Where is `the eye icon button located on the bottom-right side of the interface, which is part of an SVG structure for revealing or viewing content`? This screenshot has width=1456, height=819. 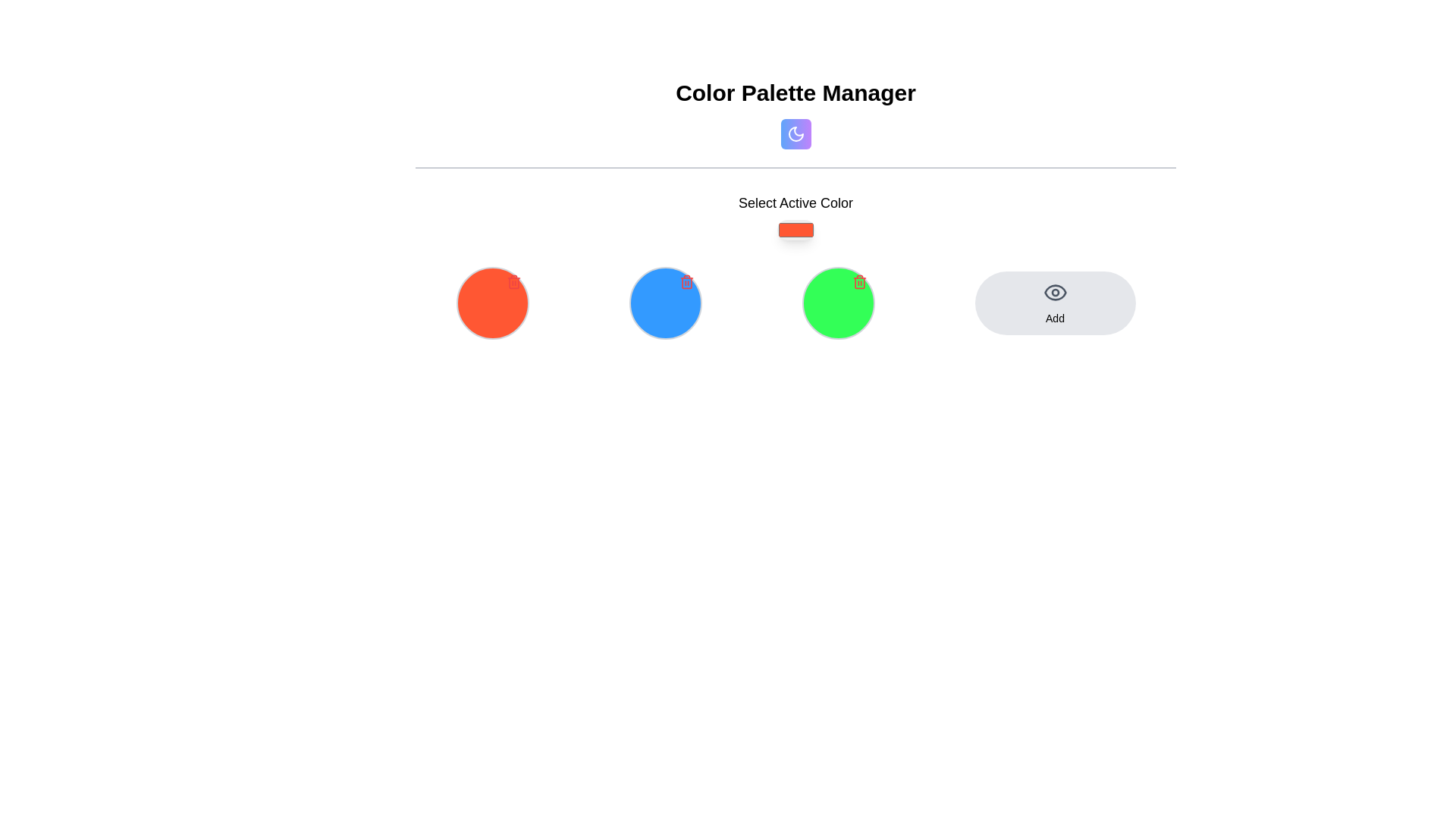
the eye icon button located on the bottom-right side of the interface, which is part of an SVG structure for revealing or viewing content is located at coordinates (1054, 292).